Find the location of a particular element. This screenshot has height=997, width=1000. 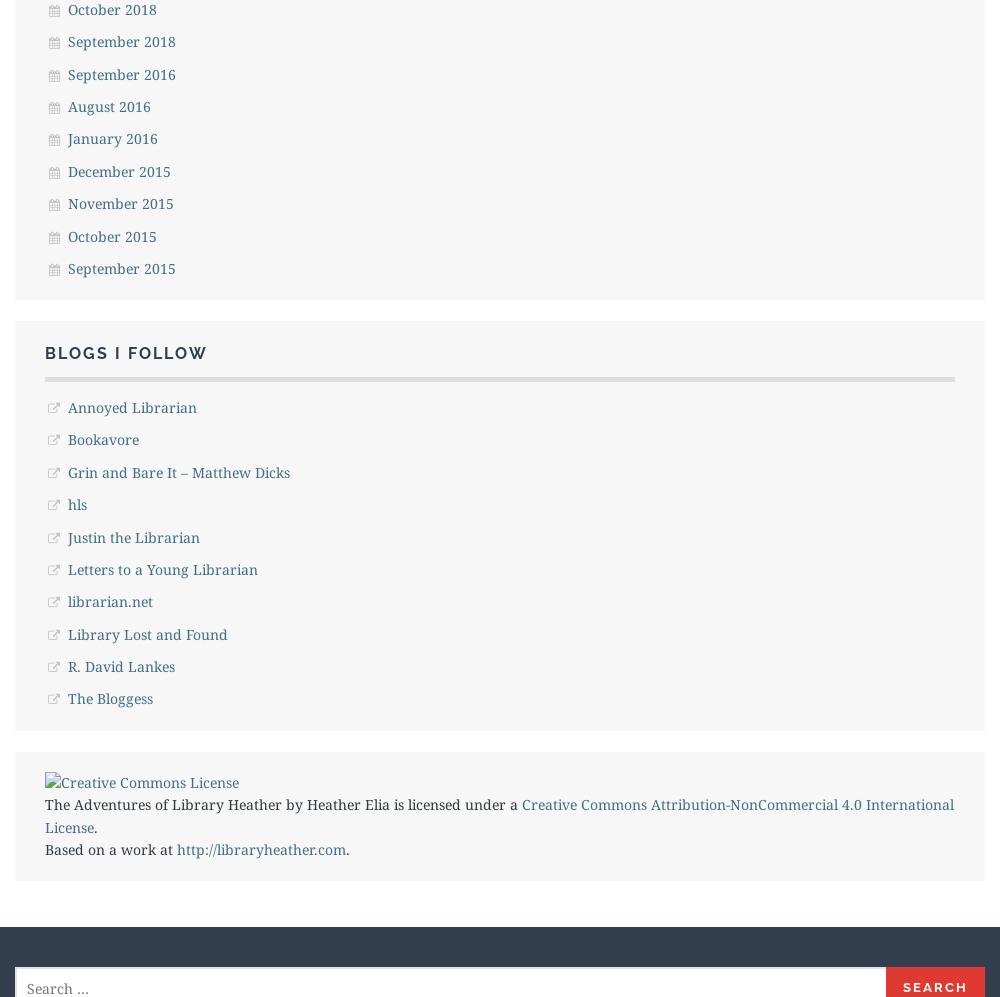

'Creative Commons Attribution-NonCommercial 4.0 International License' is located at coordinates (498, 814).